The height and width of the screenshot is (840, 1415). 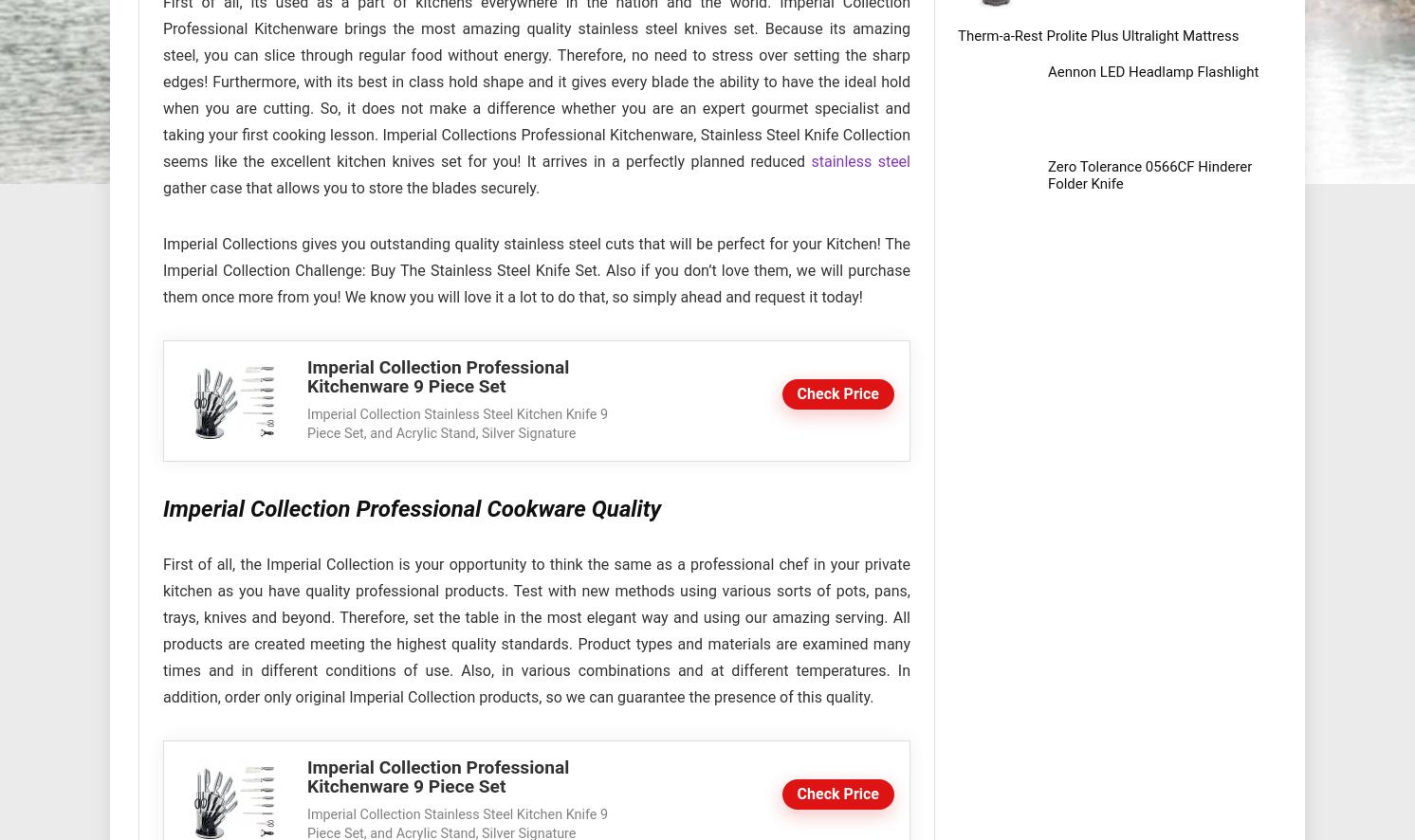 I want to click on 'Imperial Collection Stainless Steel Kitchen Knife 9 Piece Set, and Acrylic Stand, Silver Signature', so click(x=307, y=424).